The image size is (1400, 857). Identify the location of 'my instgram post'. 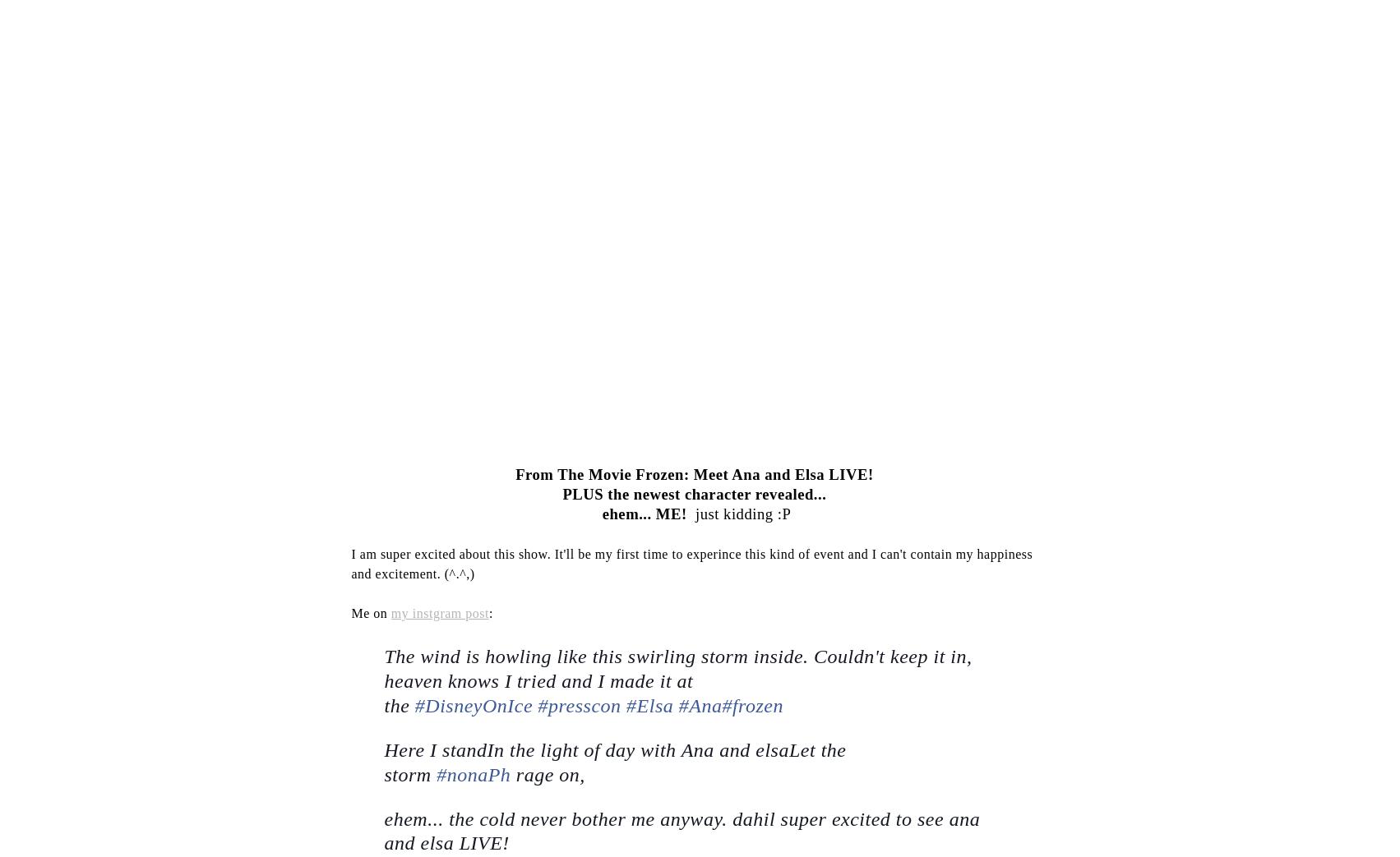
(438, 612).